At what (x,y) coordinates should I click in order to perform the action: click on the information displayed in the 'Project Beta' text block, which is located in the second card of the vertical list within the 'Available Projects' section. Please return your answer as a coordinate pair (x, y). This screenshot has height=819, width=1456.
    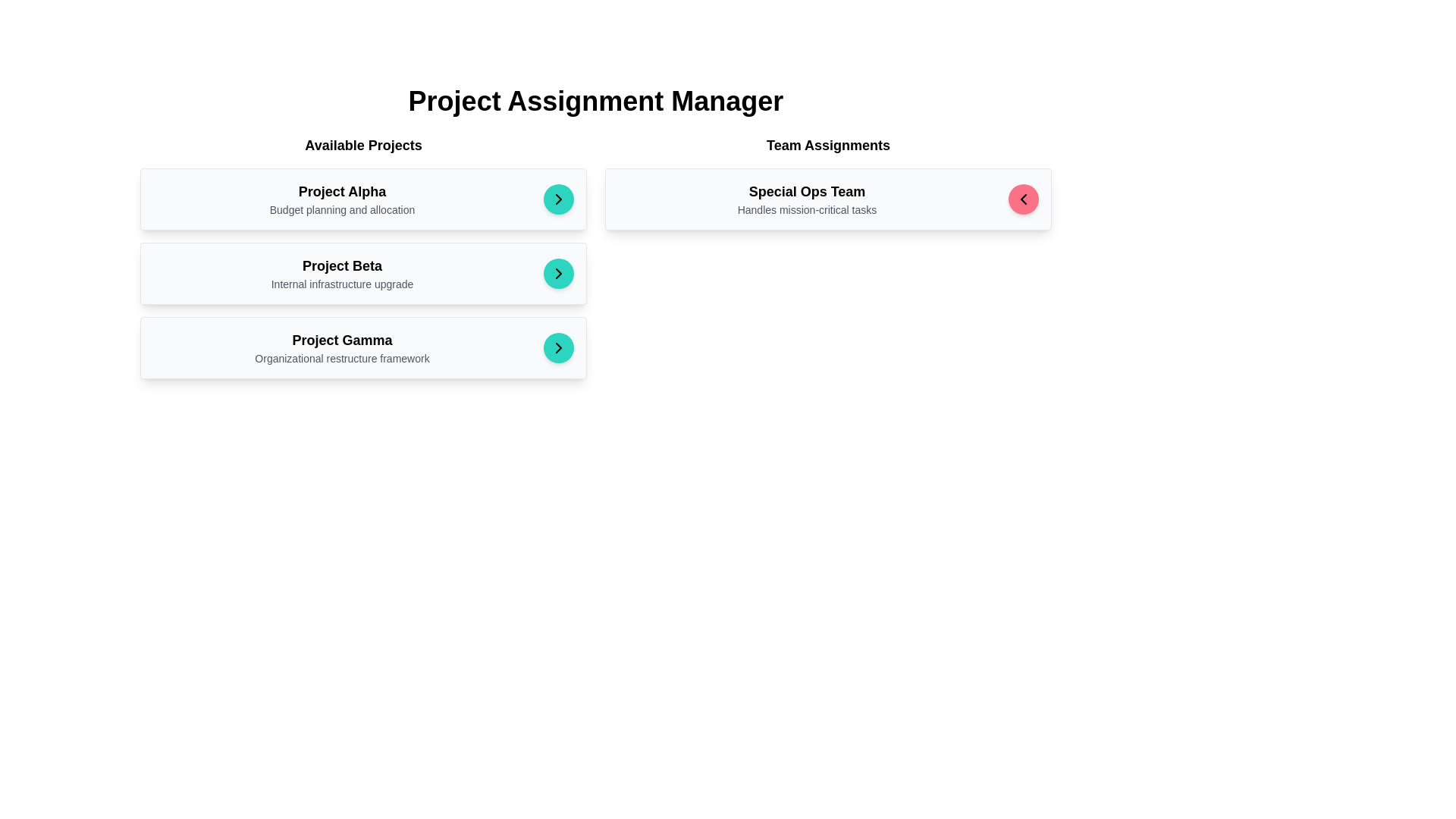
    Looking at the image, I should click on (341, 274).